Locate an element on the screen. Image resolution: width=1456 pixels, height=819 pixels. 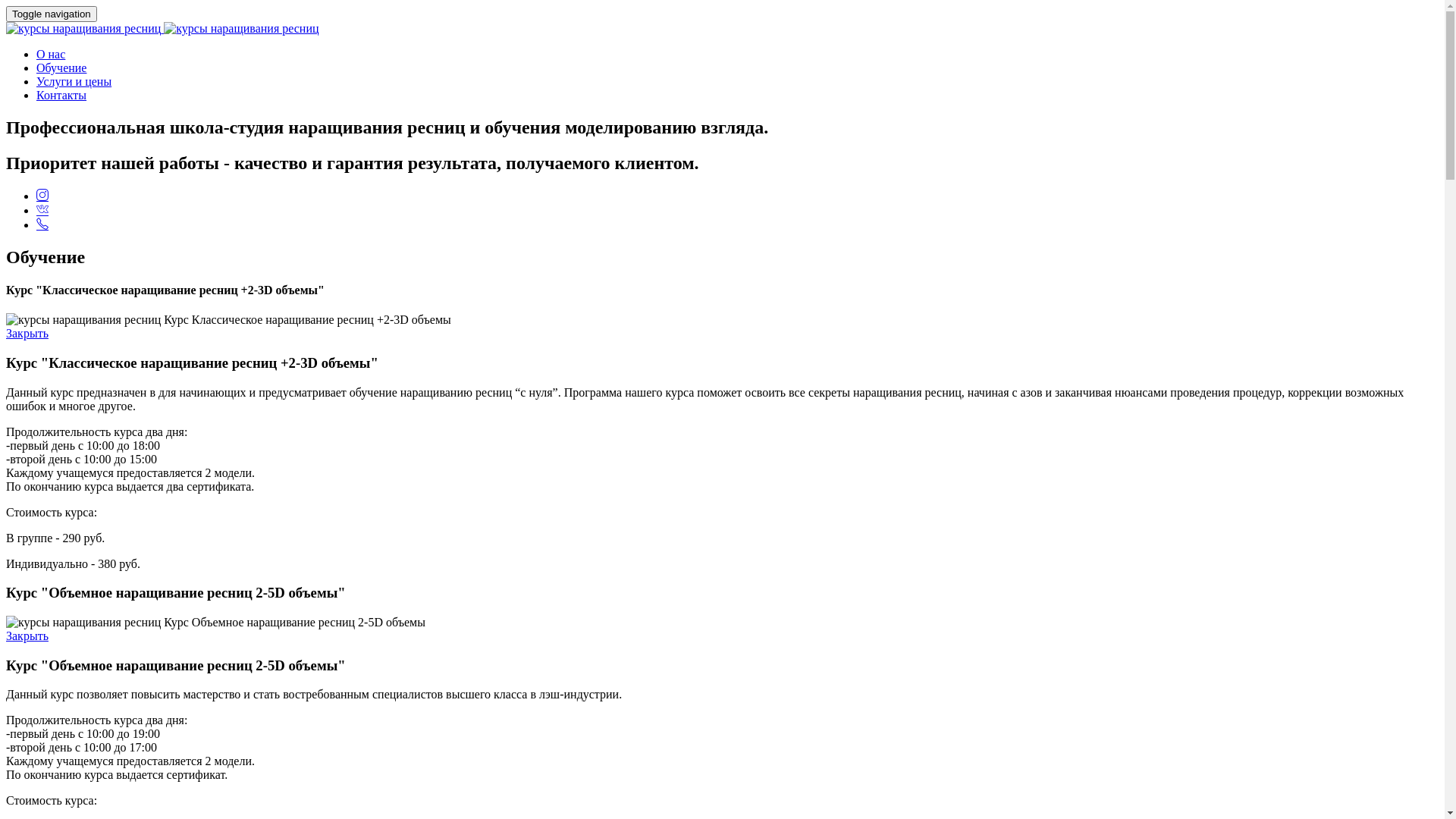
'Toggle navigation' is located at coordinates (6, 14).